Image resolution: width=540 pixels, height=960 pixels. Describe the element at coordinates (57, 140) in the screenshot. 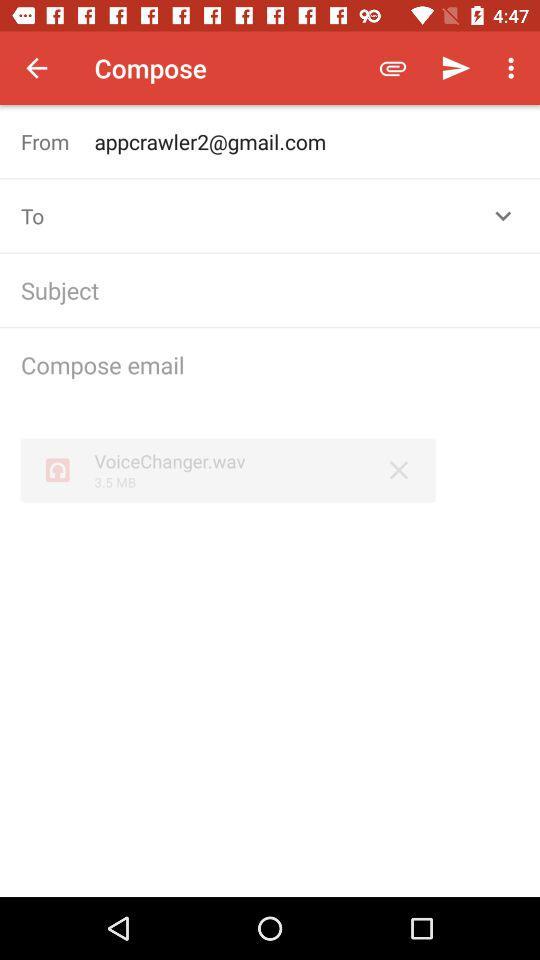

I see `the from icon` at that location.